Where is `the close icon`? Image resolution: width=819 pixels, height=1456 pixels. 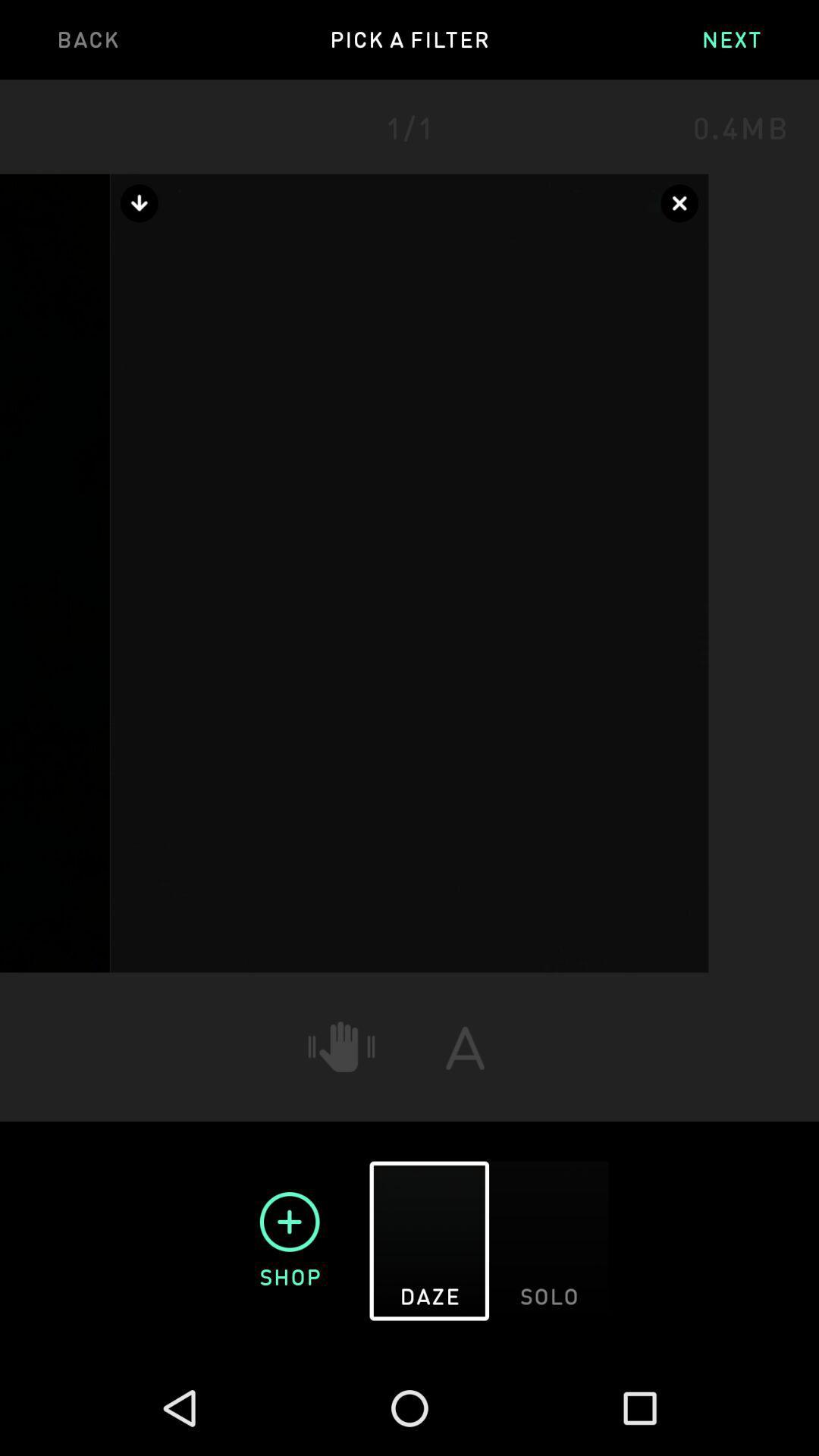
the close icon is located at coordinates (679, 202).